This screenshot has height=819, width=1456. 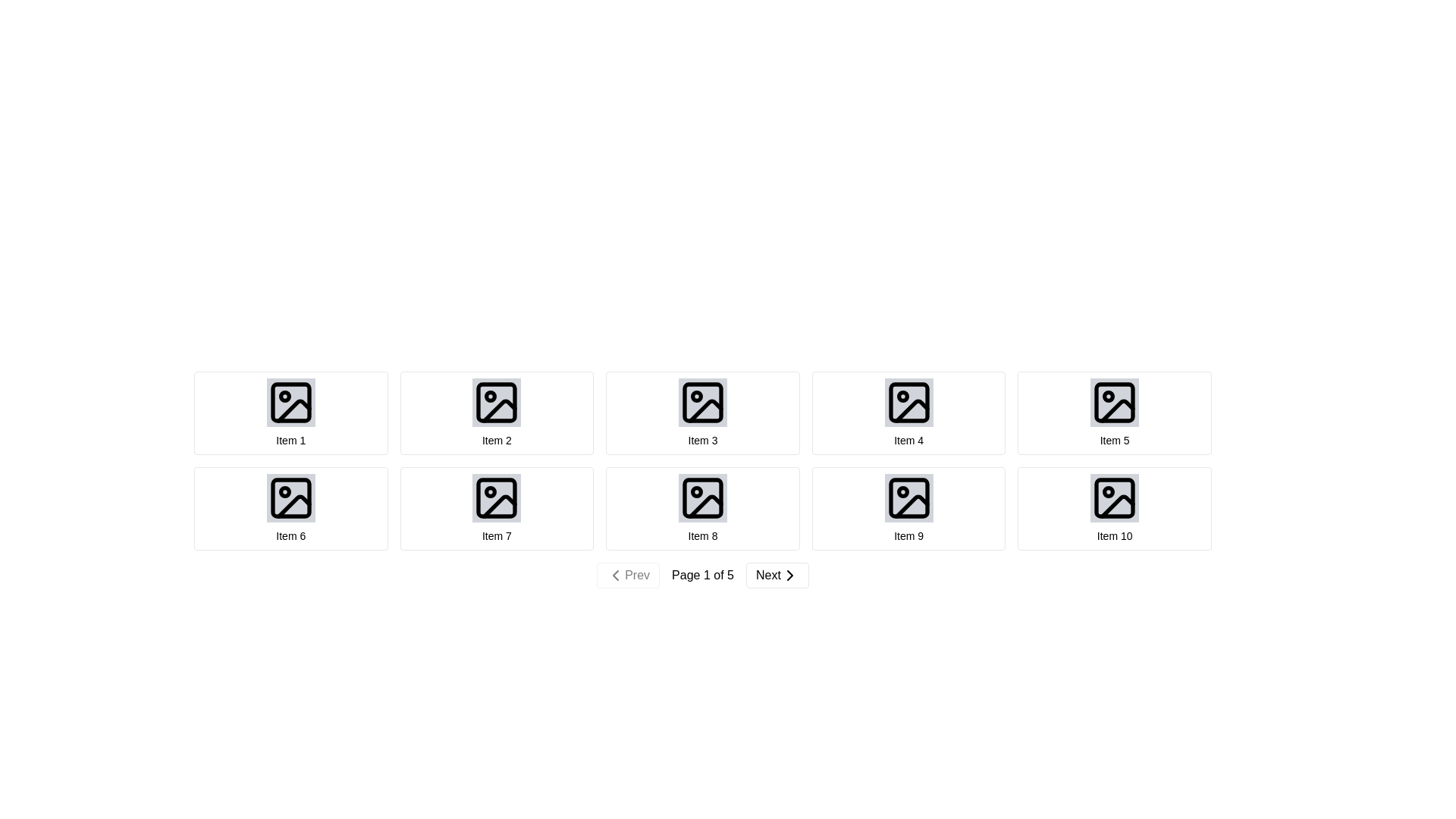 I want to click on the small circular Decorative graphic located within the top-left corner of the image frame icon in the grid layout, so click(x=284, y=396).